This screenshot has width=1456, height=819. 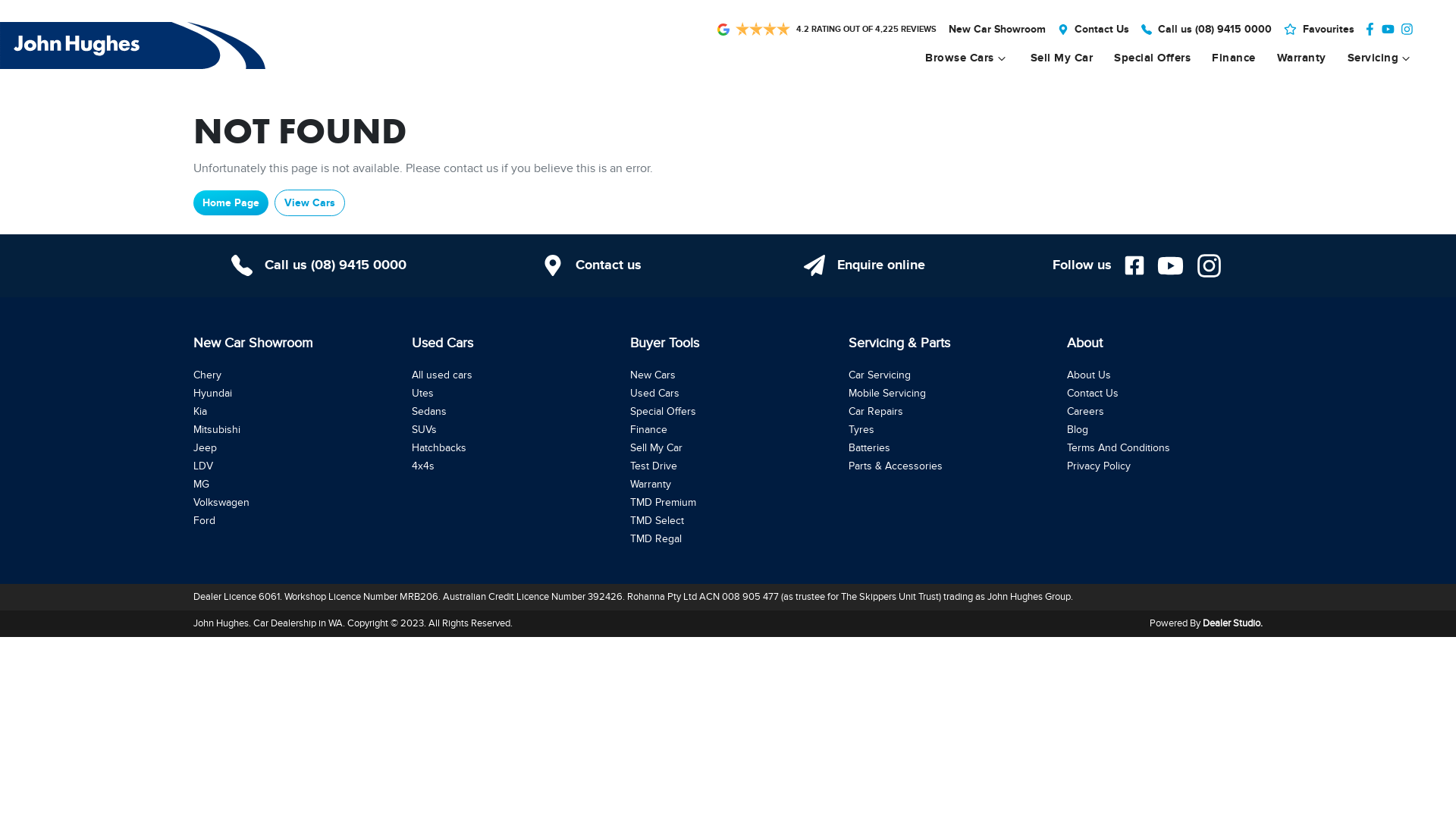 I want to click on 'TMD Premium', so click(x=663, y=502).